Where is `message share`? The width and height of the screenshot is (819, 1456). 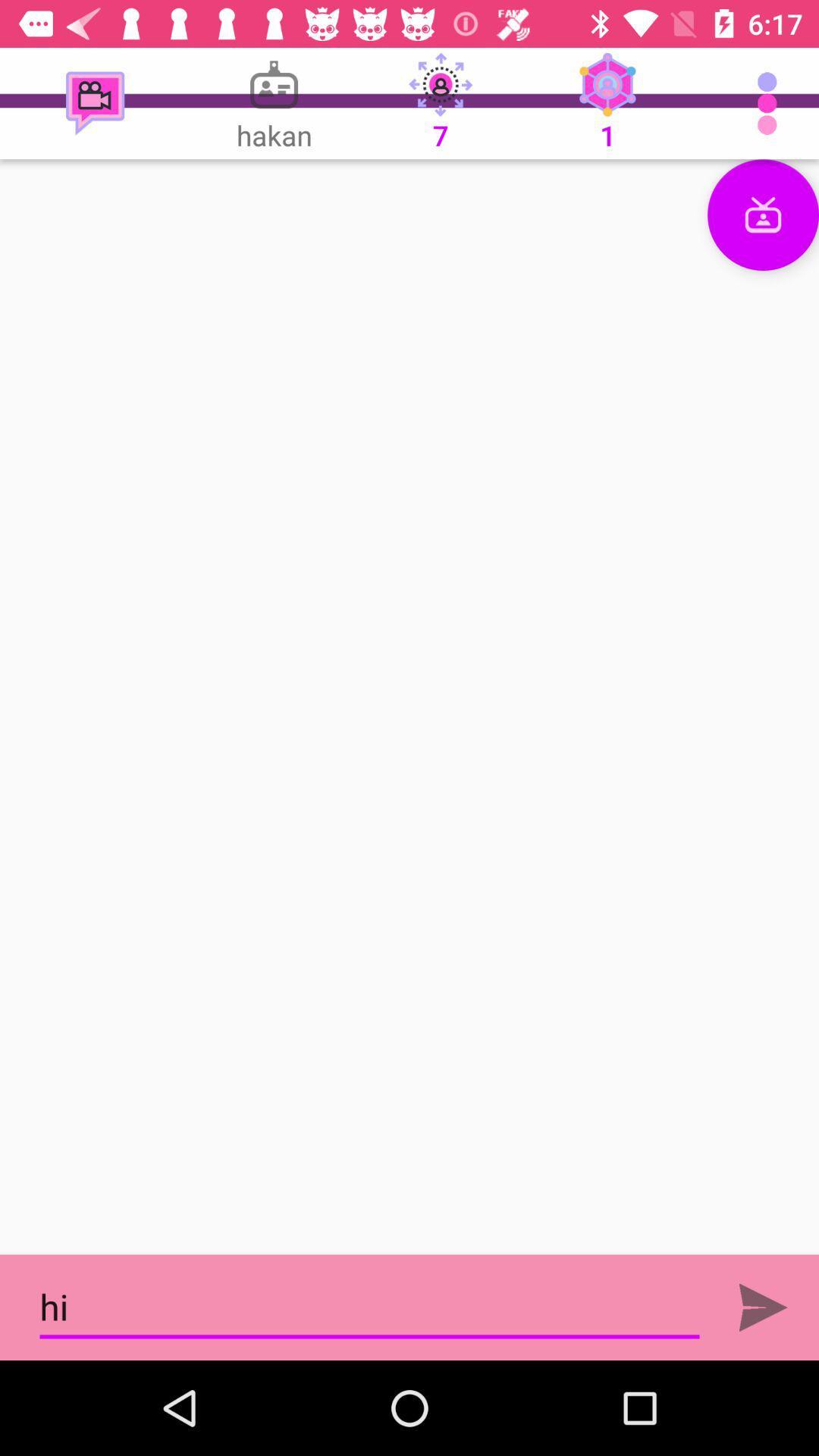 message share is located at coordinates (763, 1307).